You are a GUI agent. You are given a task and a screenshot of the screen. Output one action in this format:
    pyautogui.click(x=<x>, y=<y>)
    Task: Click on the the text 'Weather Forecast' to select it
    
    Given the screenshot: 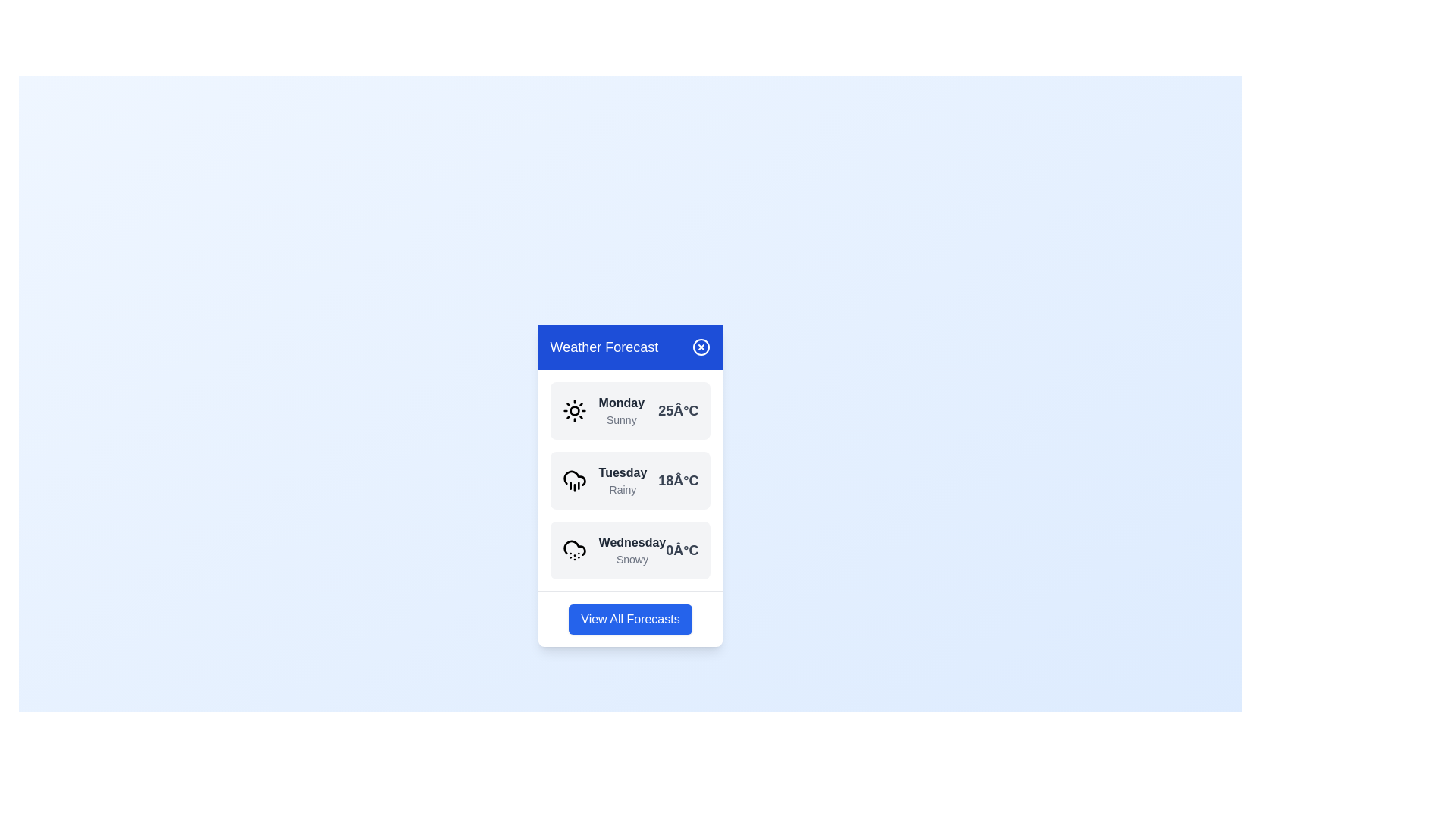 What is the action you would take?
    pyautogui.click(x=603, y=347)
    